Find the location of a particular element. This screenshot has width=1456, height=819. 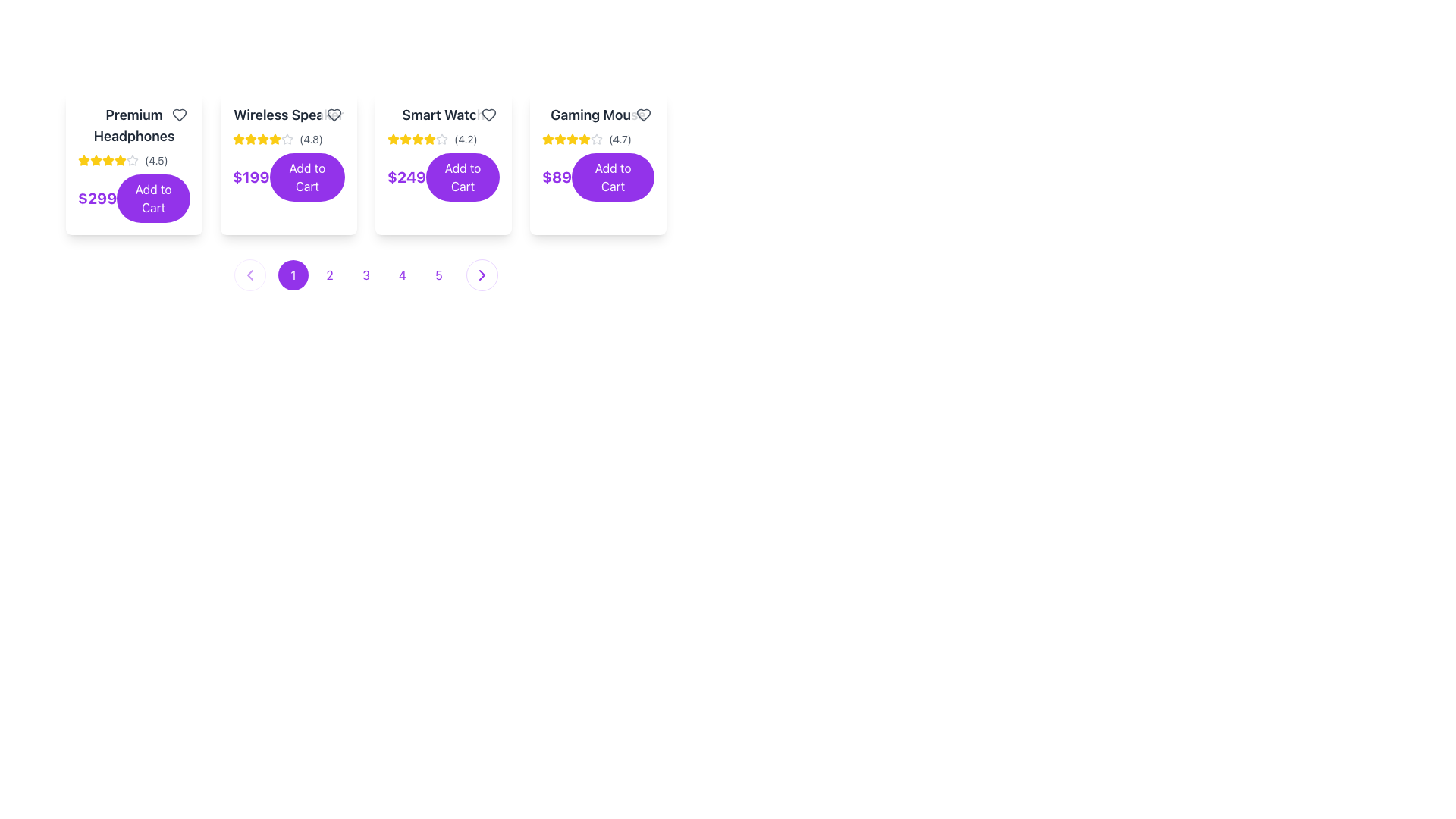

the third star icon in the five-star rating bar for the 'Gaming Mouse' product card, which is colored yellow and is positioned adjacent to a rating value of '4.7' is located at coordinates (548, 139).